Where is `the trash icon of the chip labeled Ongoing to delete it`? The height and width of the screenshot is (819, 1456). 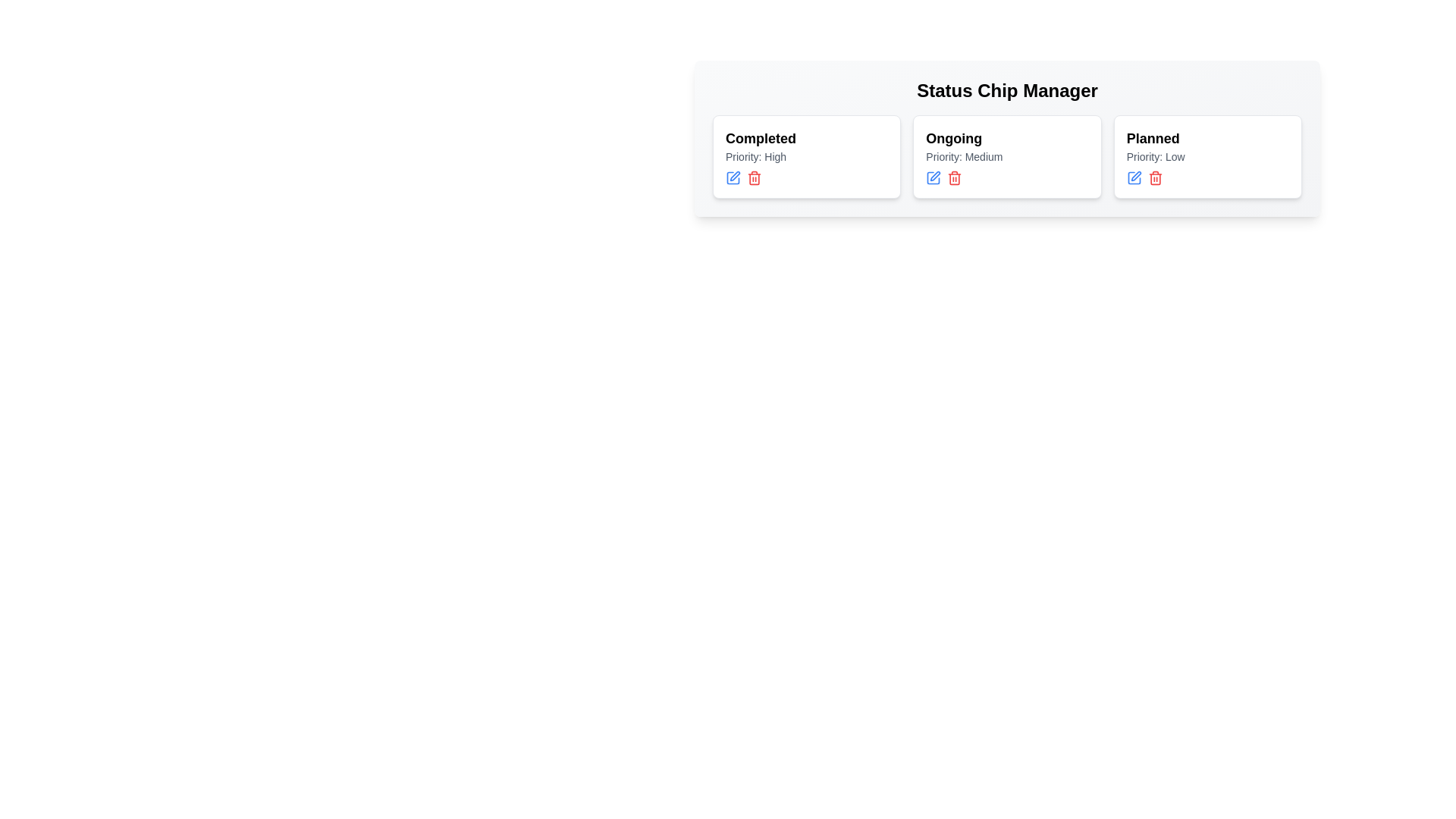 the trash icon of the chip labeled Ongoing to delete it is located at coordinates (953, 177).